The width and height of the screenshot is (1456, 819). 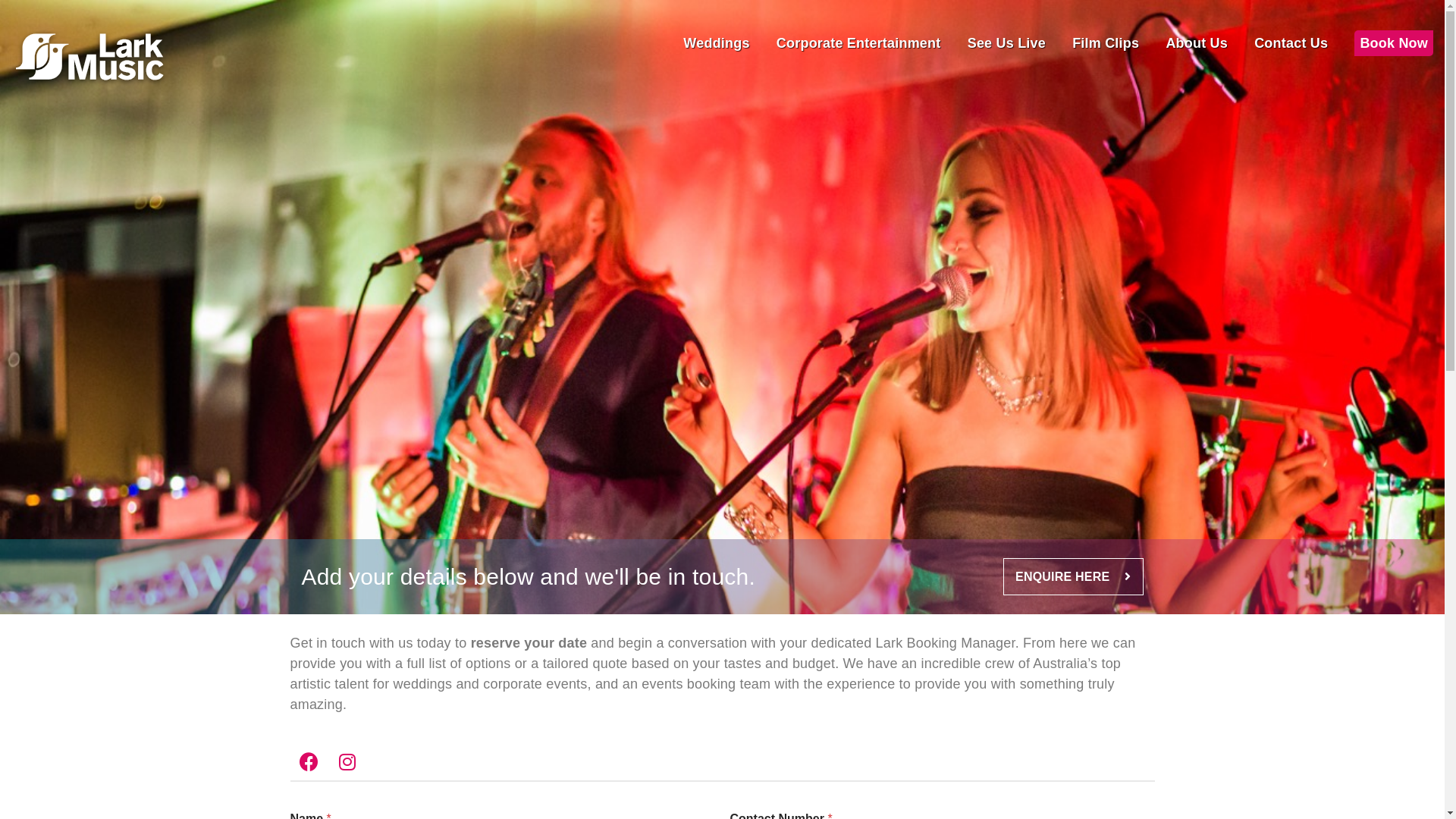 I want to click on 'Film Clips', so click(x=1072, y=42).